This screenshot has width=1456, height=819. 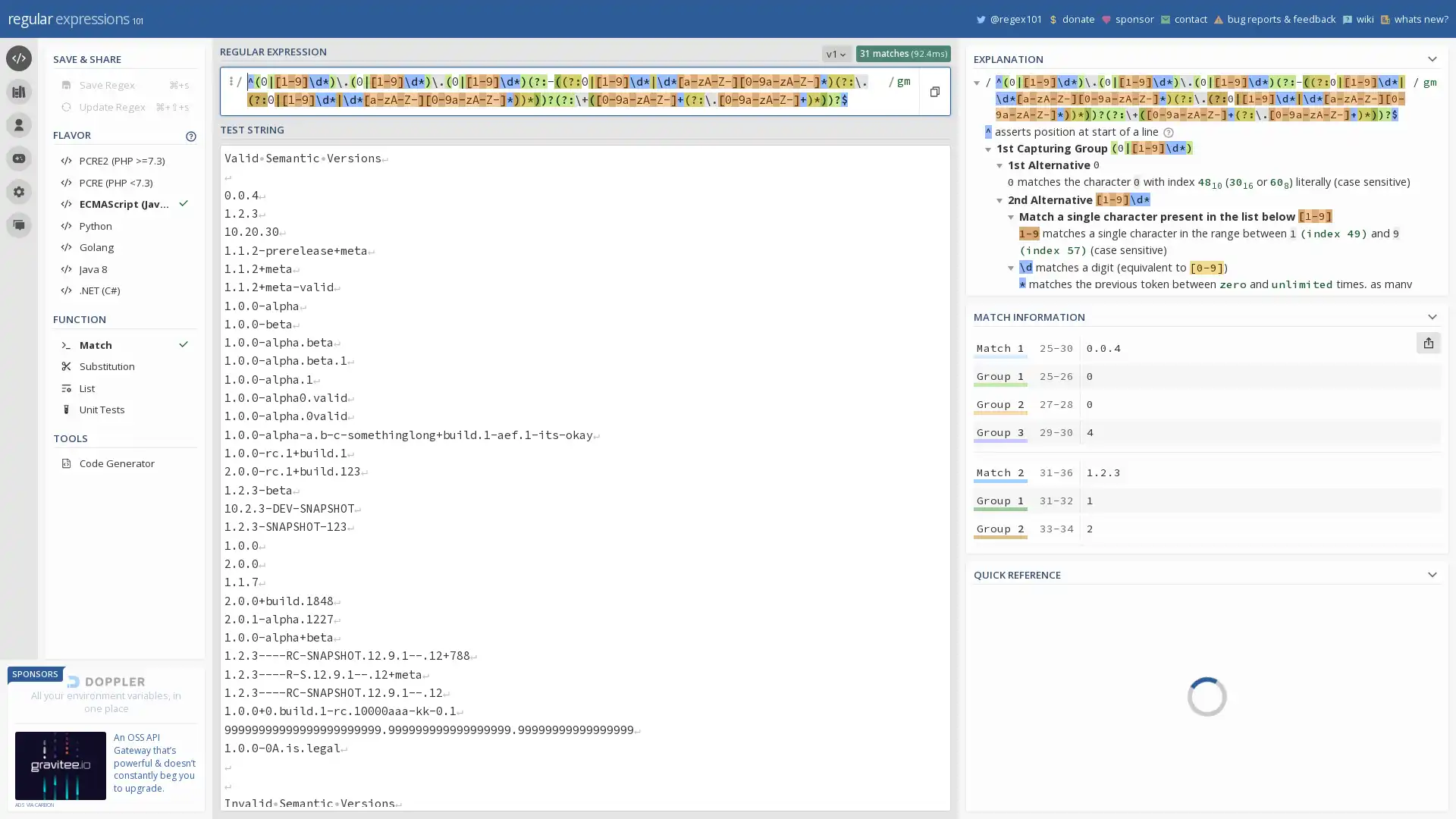 What do you see at coordinates (1013, 455) in the screenshot?
I see `Collapse Subtree` at bounding box center [1013, 455].